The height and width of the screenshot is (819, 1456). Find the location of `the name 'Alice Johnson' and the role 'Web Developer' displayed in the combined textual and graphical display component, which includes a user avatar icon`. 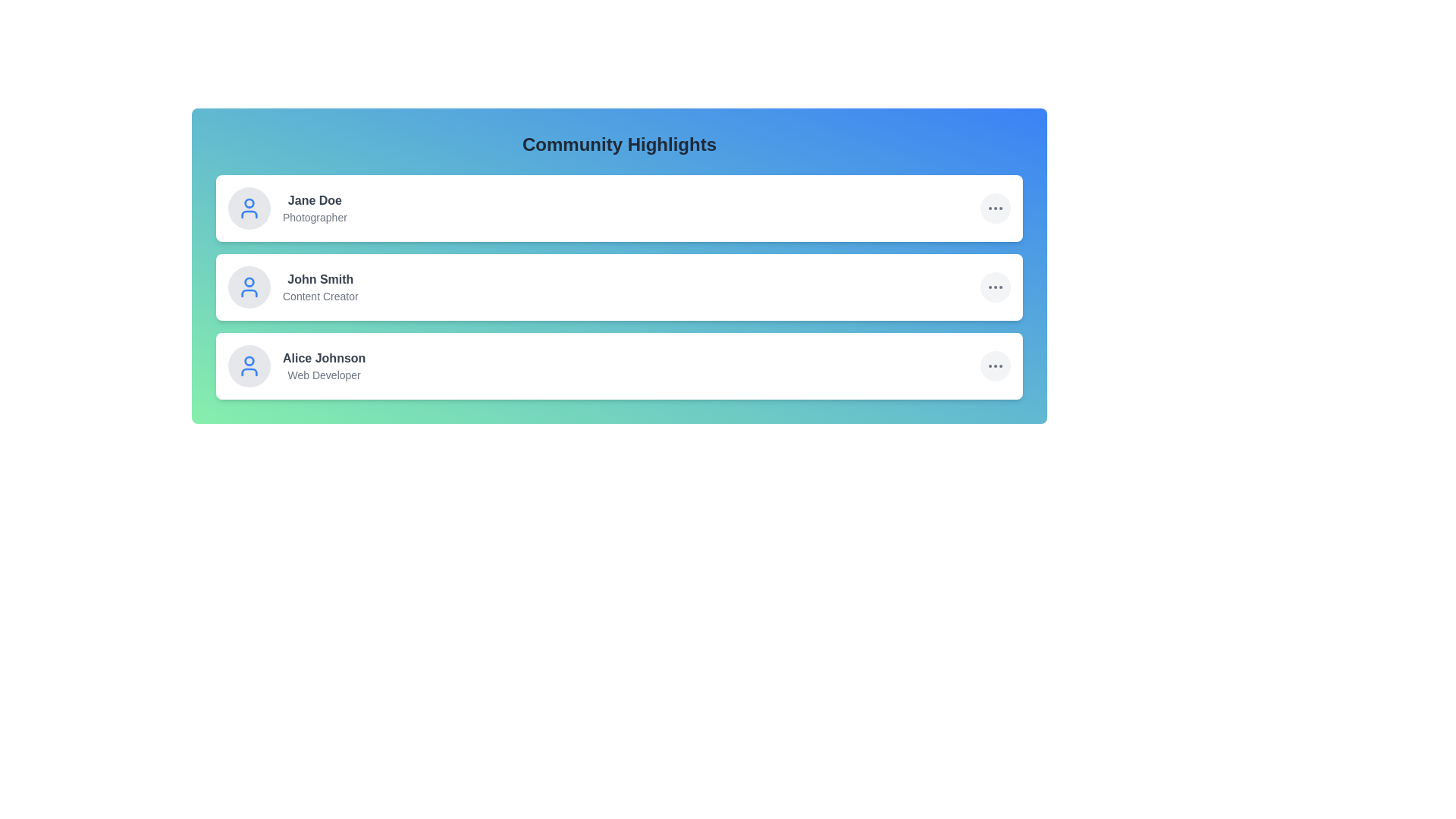

the name 'Alice Johnson' and the role 'Web Developer' displayed in the combined textual and graphical display component, which includes a user avatar icon is located at coordinates (297, 366).